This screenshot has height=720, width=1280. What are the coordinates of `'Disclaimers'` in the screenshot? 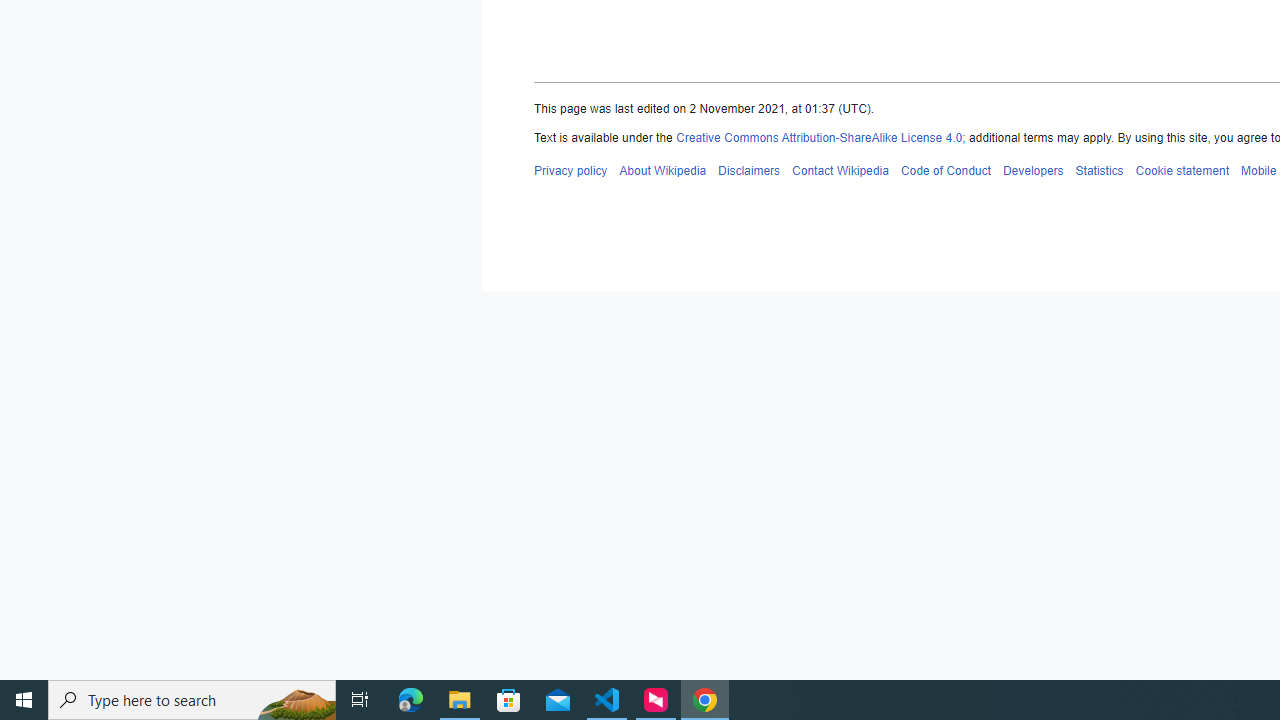 It's located at (748, 169).